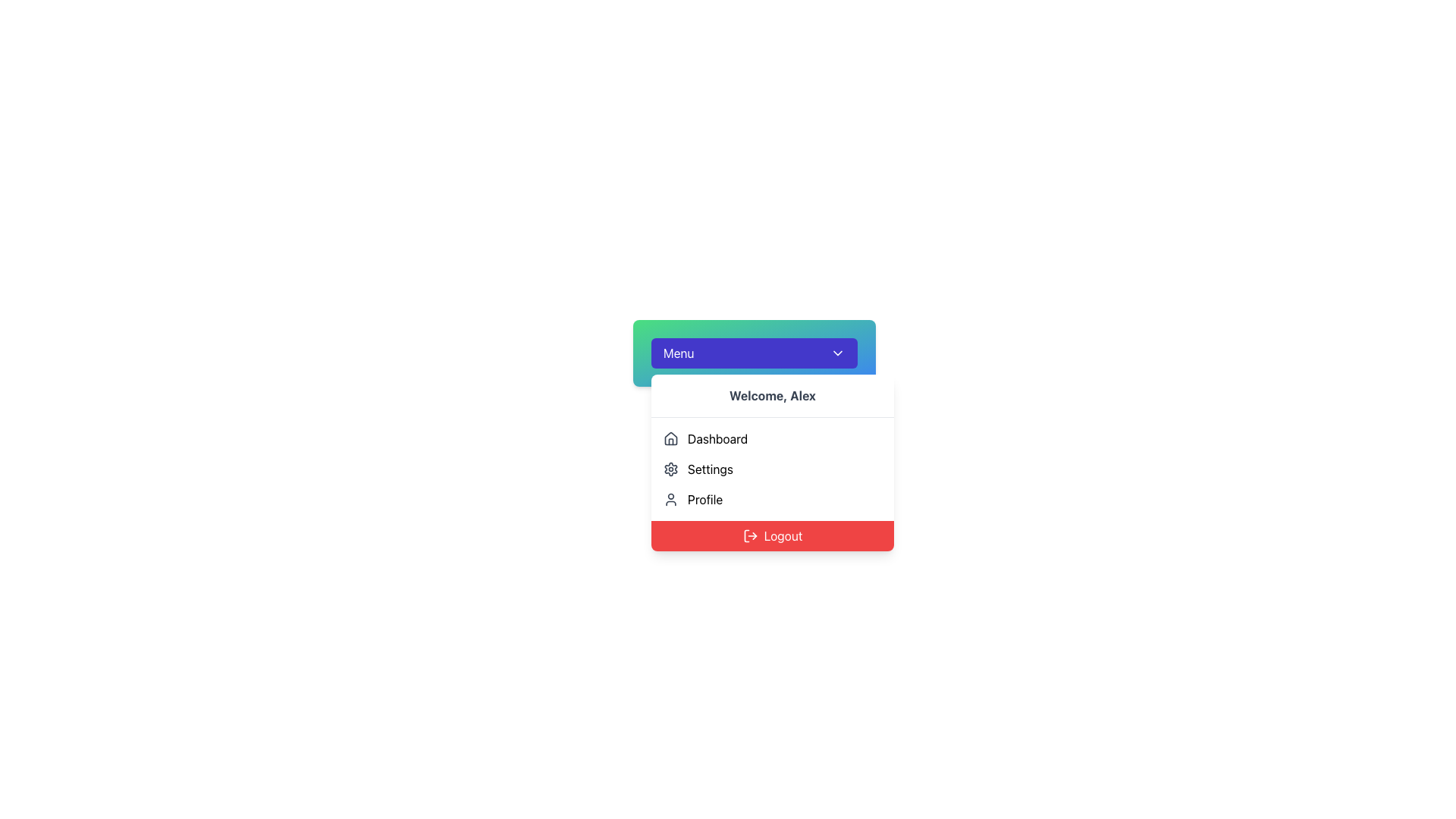 This screenshot has width=1456, height=819. Describe the element at coordinates (772, 468) in the screenshot. I see `the settings button located between the 'Dashboard' and 'Profile' items in the vertical menu list to select it` at that location.